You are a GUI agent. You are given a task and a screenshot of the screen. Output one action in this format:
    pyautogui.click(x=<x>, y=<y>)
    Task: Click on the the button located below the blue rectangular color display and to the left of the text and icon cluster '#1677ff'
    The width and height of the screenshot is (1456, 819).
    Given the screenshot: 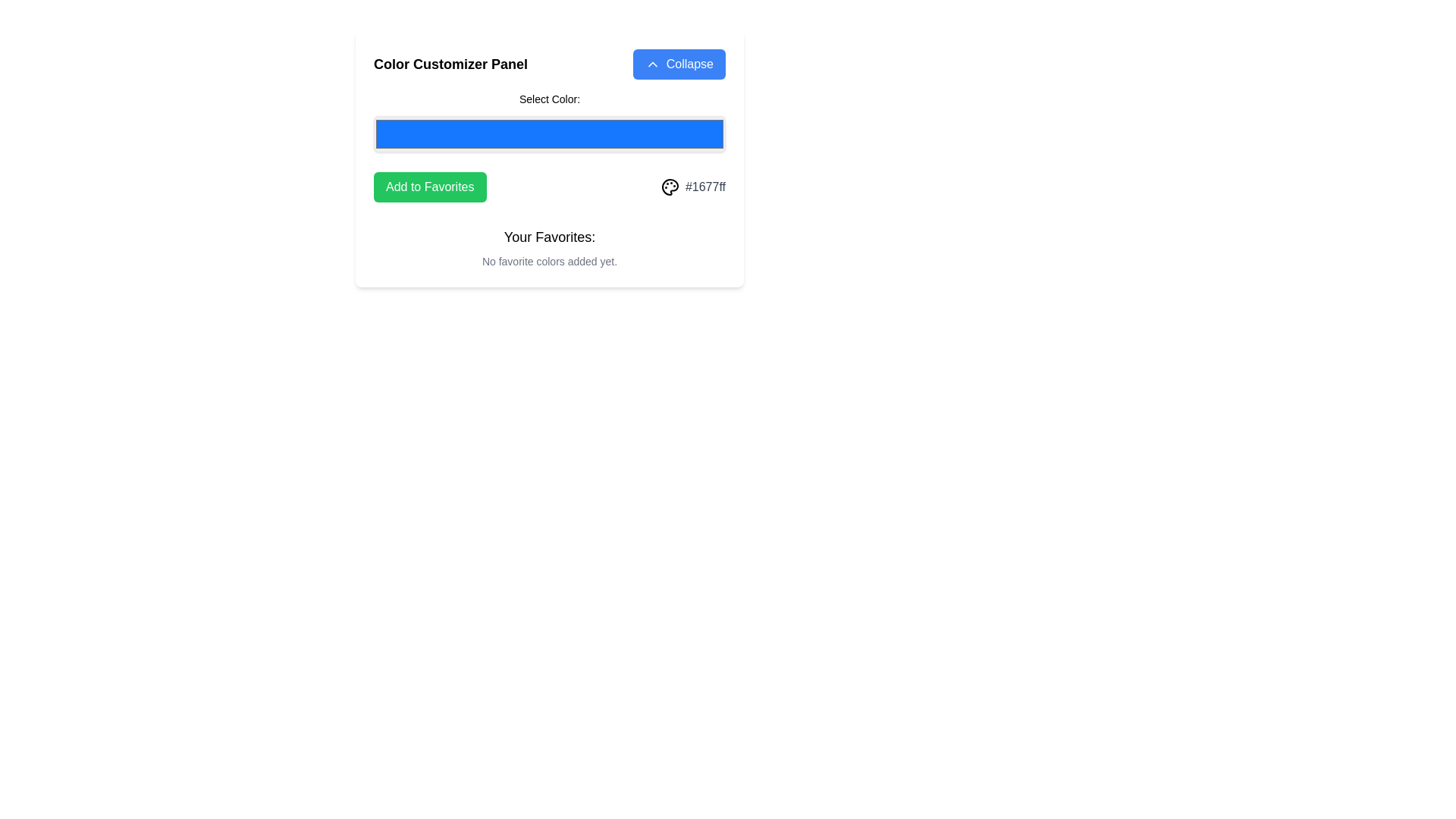 What is the action you would take?
    pyautogui.click(x=429, y=186)
    